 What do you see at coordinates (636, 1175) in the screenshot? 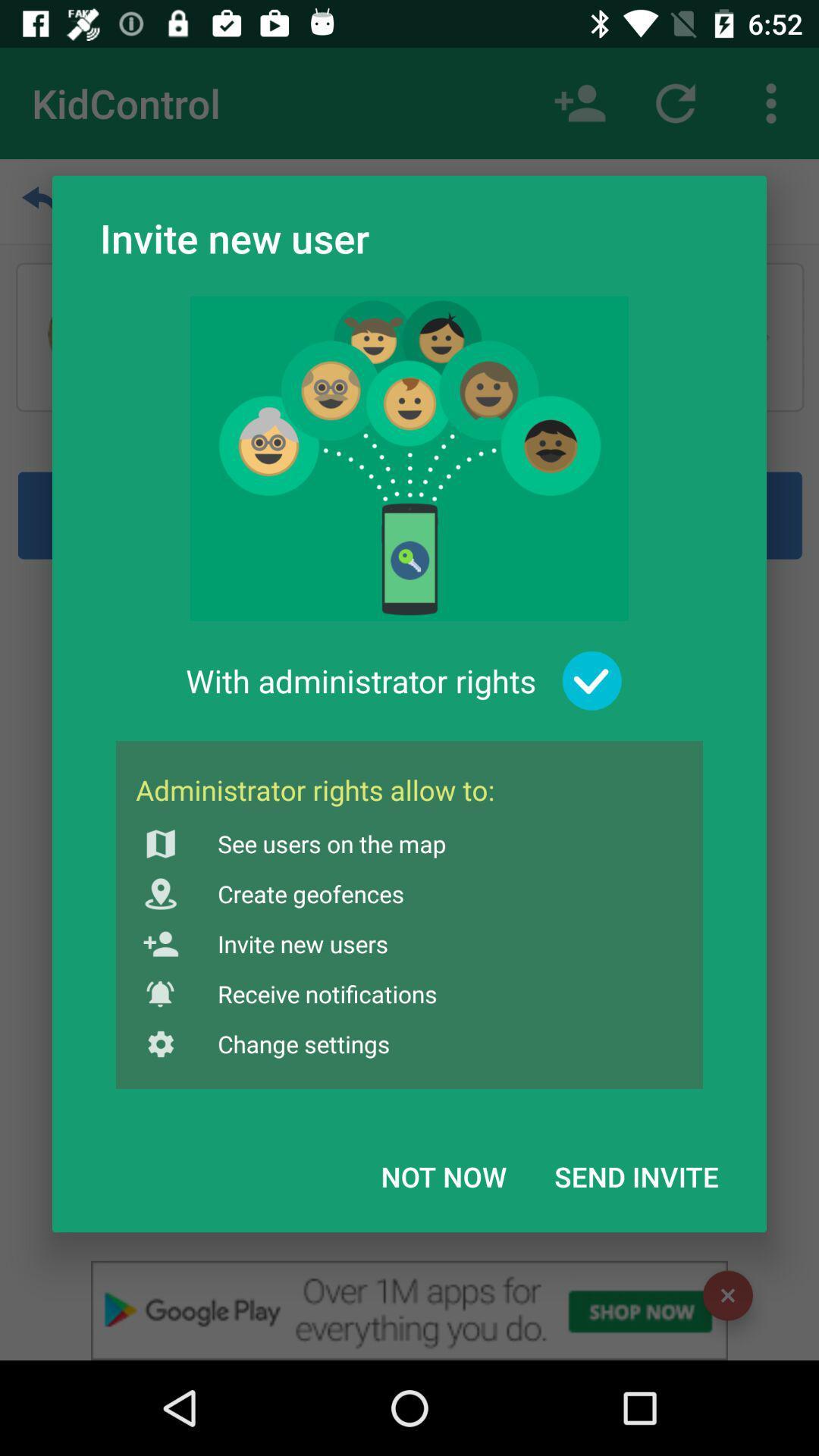
I see `send invite` at bounding box center [636, 1175].